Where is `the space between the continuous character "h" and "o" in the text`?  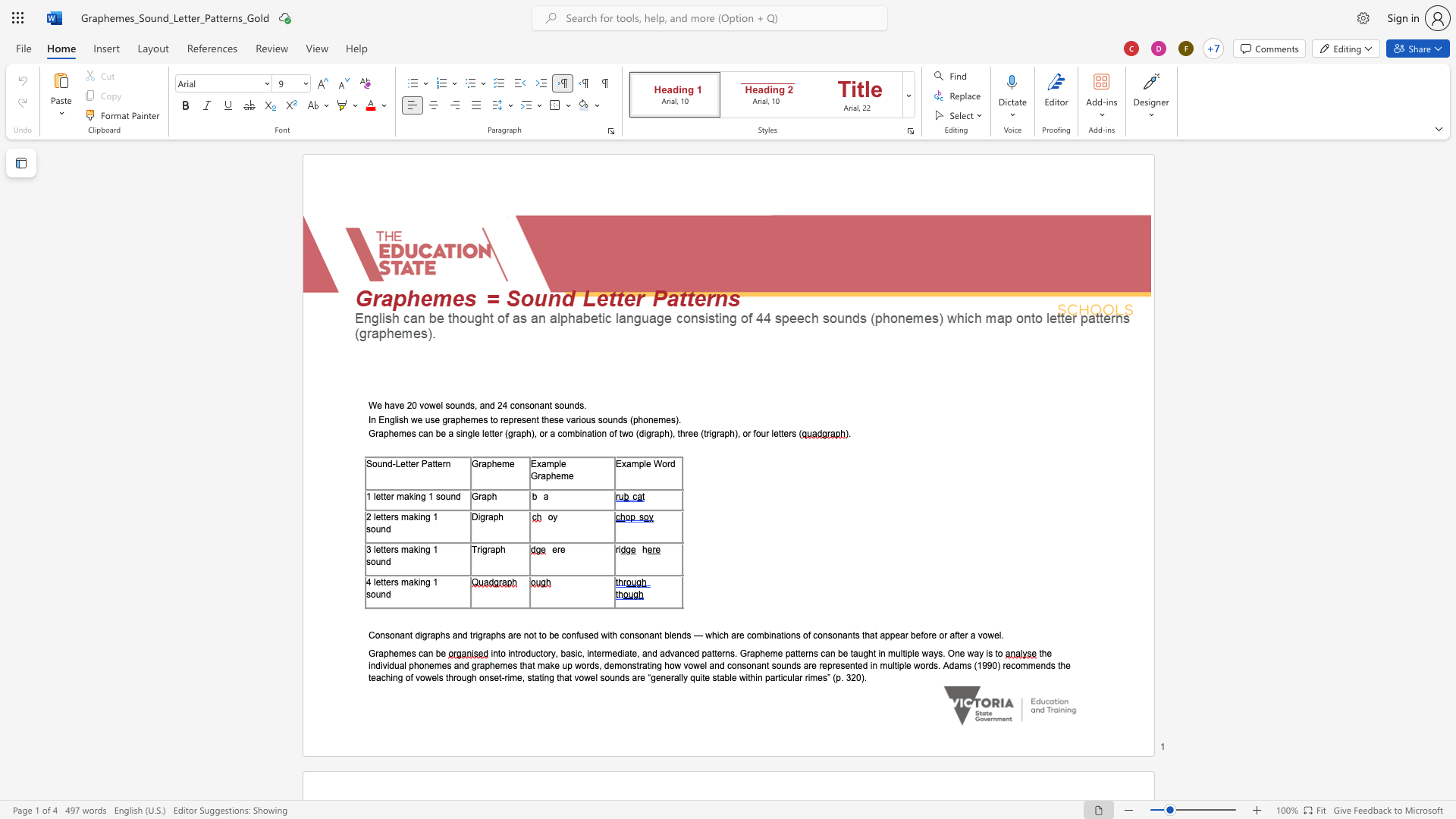 the space between the continuous character "h" and "o" in the text is located at coordinates (643, 419).